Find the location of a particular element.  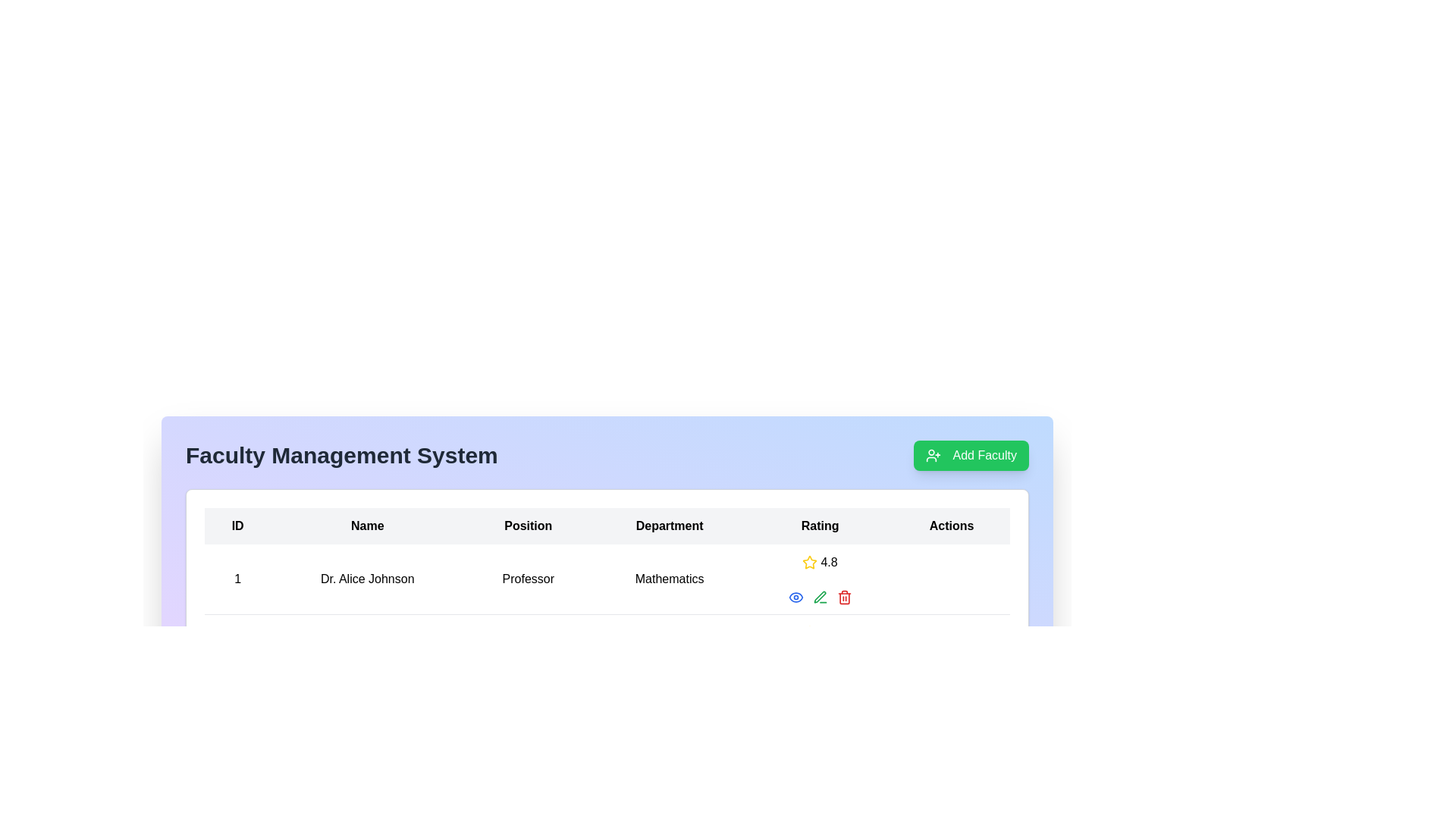

the 'Actions' column header text label, which is the last element in the header row located on the far right, following 'ID', 'Name', 'Position', 'Department', and 'Rating' is located at coordinates (951, 526).